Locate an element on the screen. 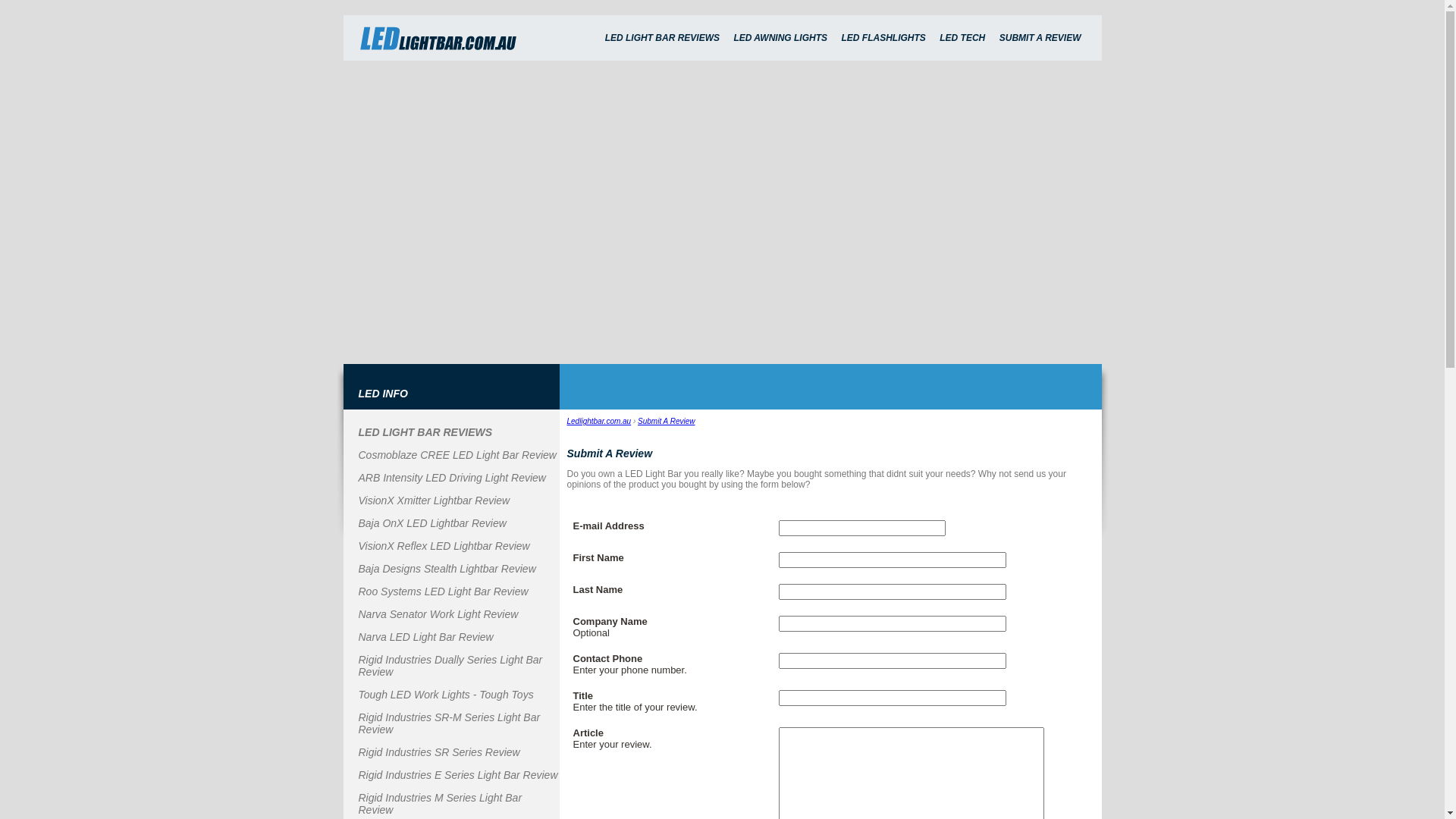 This screenshot has height=819, width=1456. 'Rigid Industries Dually Series Light Bar Review' is located at coordinates (449, 665).